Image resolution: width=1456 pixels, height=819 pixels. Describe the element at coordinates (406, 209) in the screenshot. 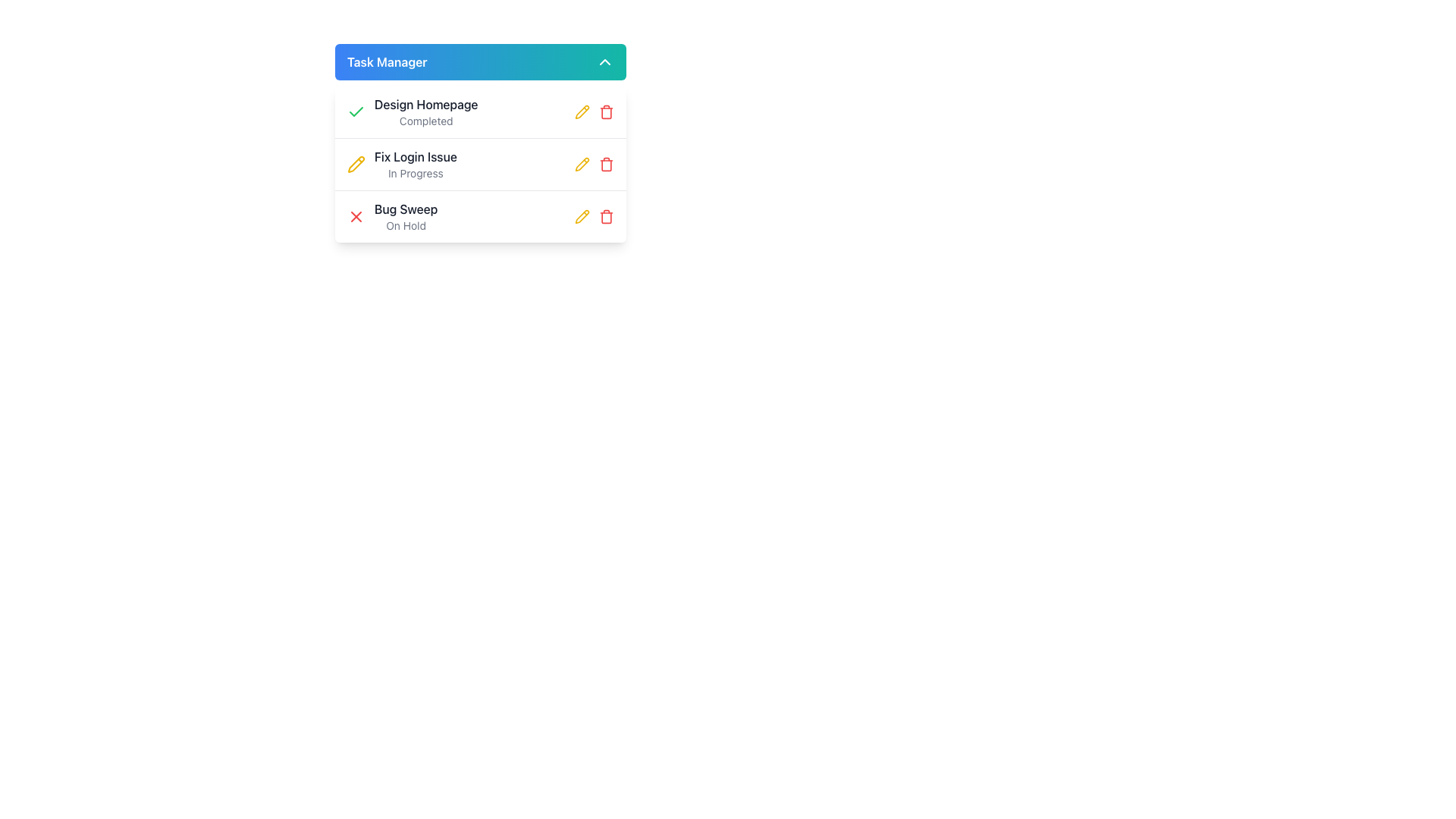

I see `the text label displaying 'Bug Sweep', which is styled in medium font weight and colored black or dark gray, located next to a red cross icon in the task list` at that location.